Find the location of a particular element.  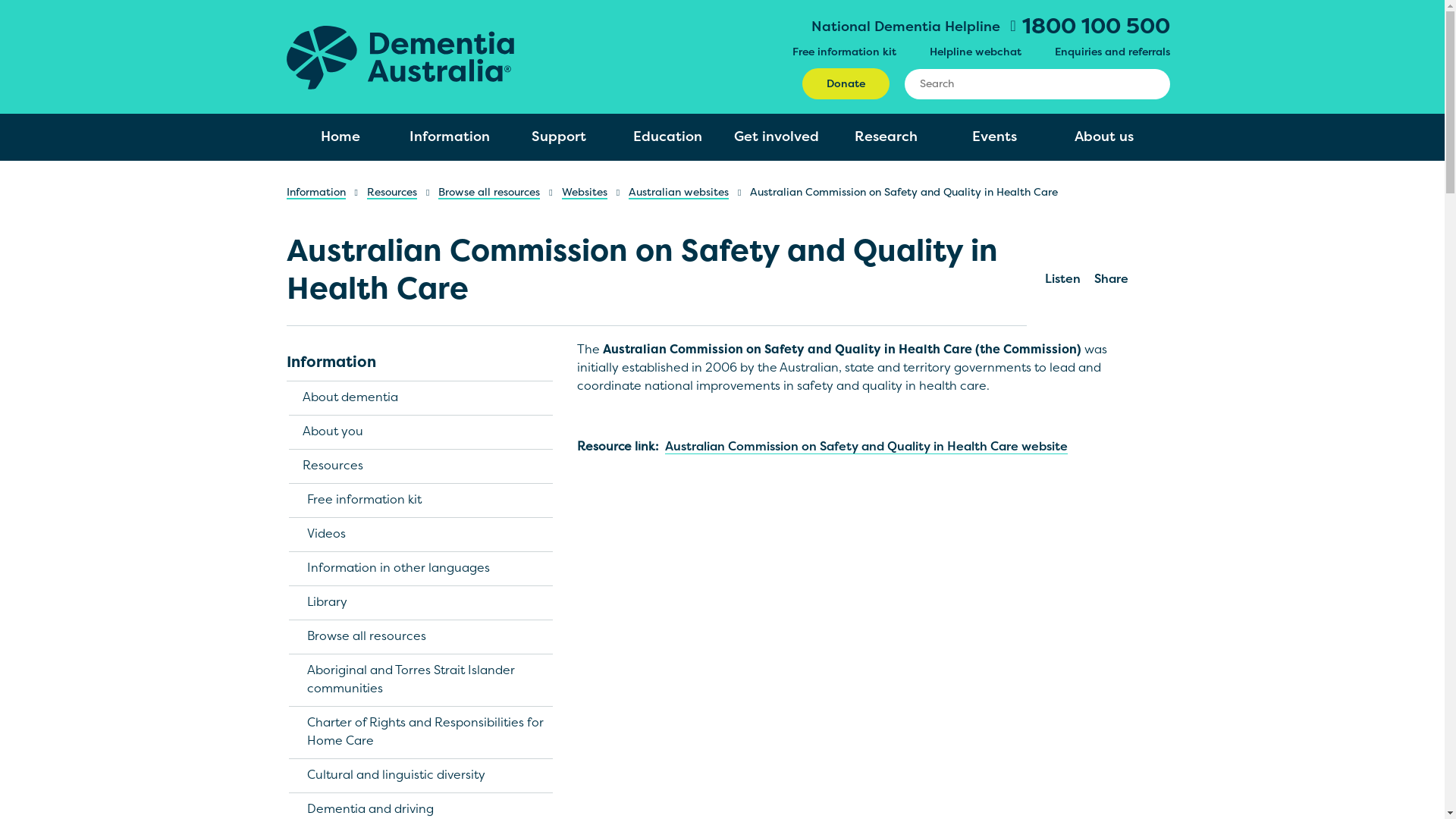

'National Dementia Helpline' is located at coordinates (811, 27).